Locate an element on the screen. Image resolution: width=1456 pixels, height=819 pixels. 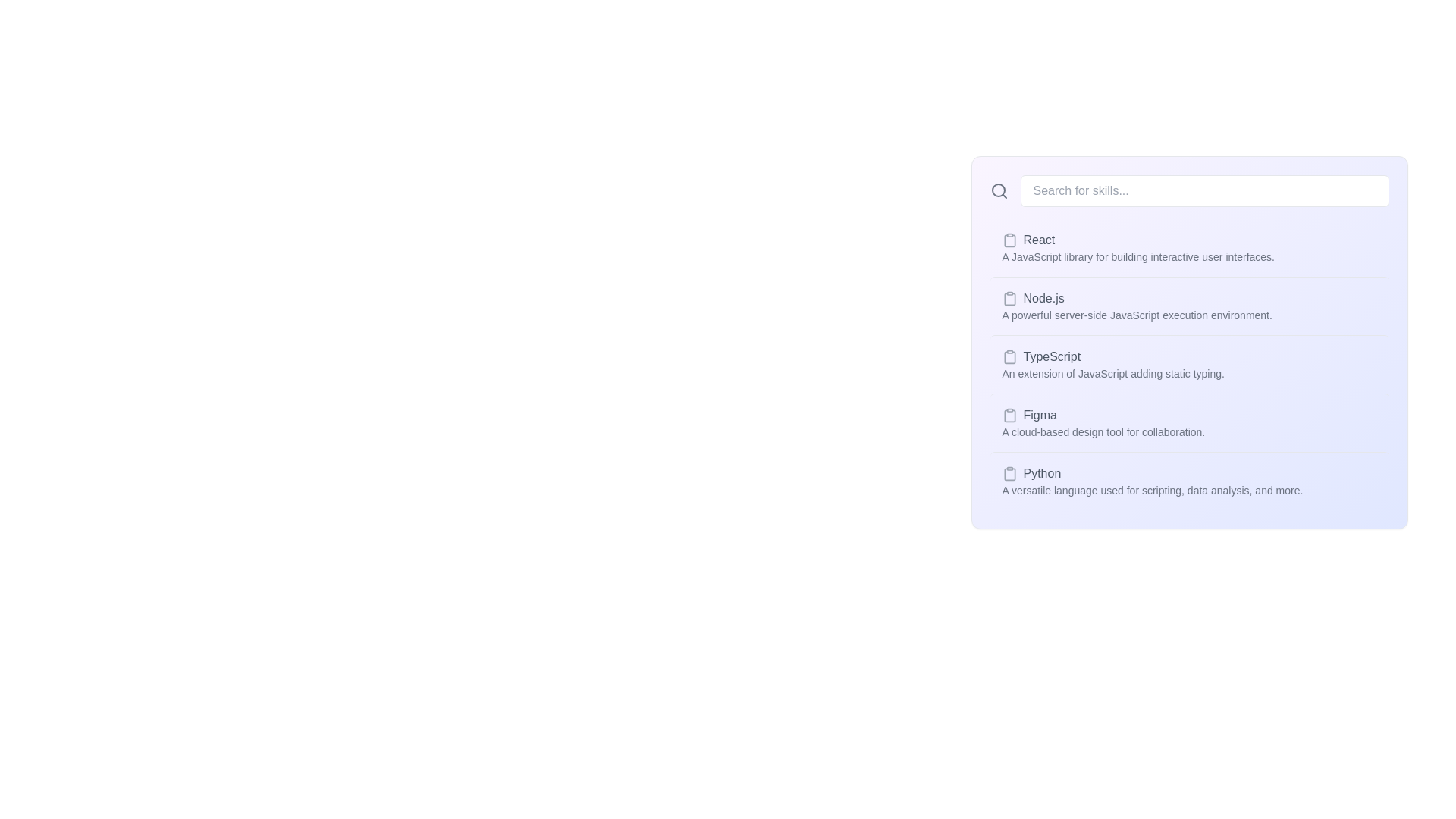
the second list item labeled 'Node.js' in the skills list, which is styled with medium font weight in gray color and contains a description about server-side JavaScript execution is located at coordinates (1188, 306).